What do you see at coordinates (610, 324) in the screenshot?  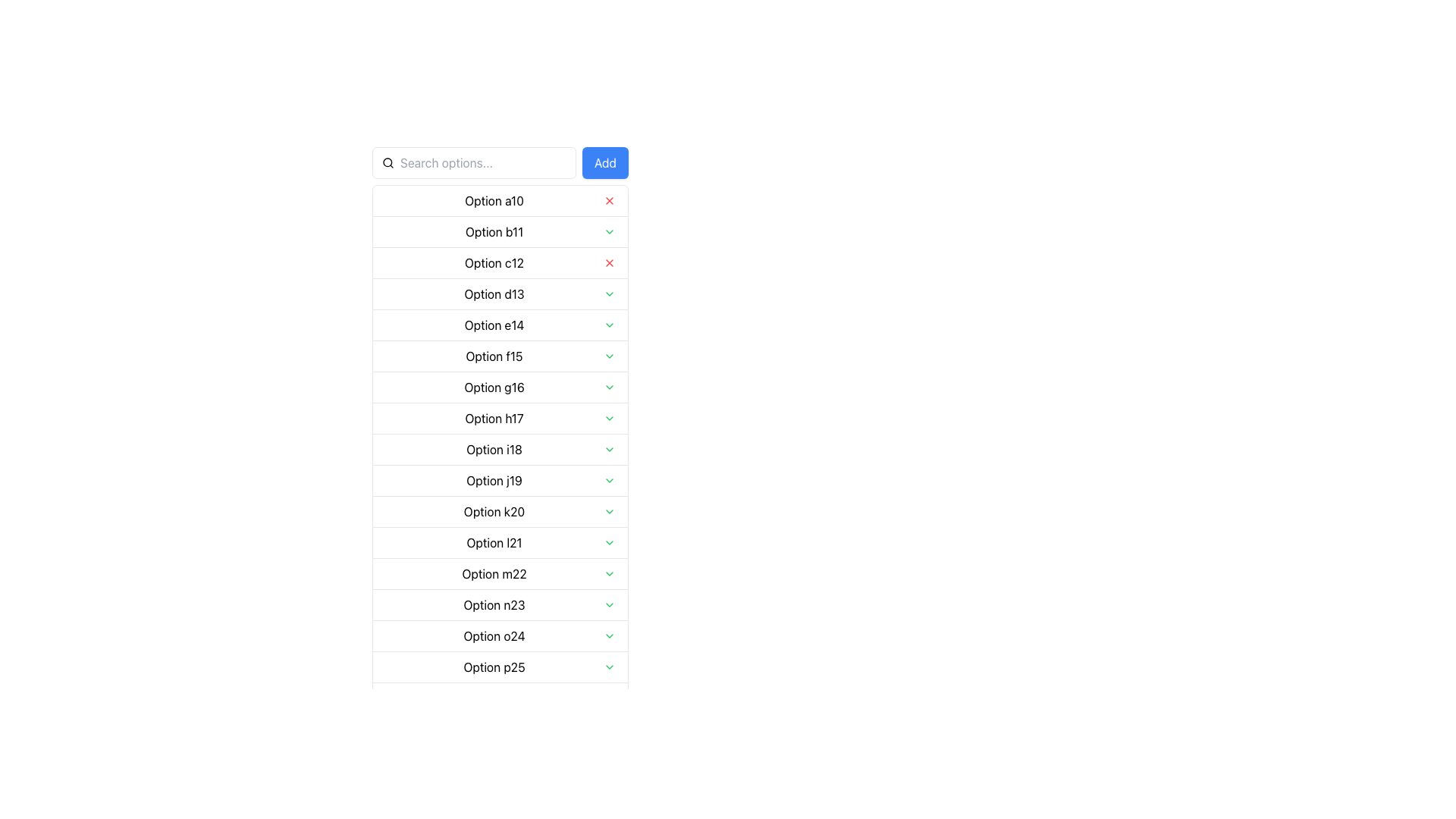 I see `the green downward chevron icon located to the right of 'Option e14'` at bounding box center [610, 324].